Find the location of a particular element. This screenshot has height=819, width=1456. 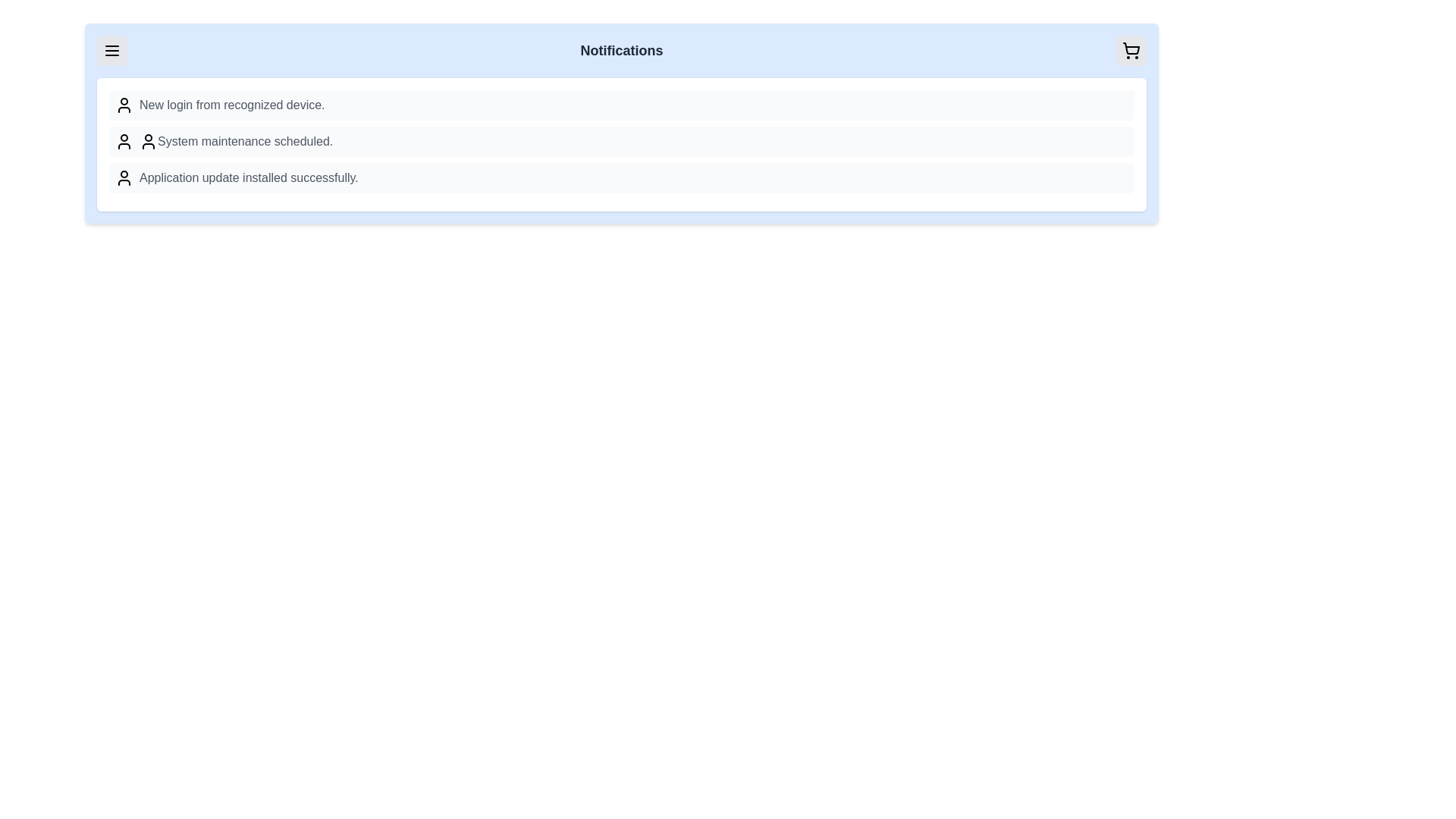

the icon that represents a user or system entity associated with the notification context, located to the left of the text 'System maintenance scheduled.' is located at coordinates (149, 141).